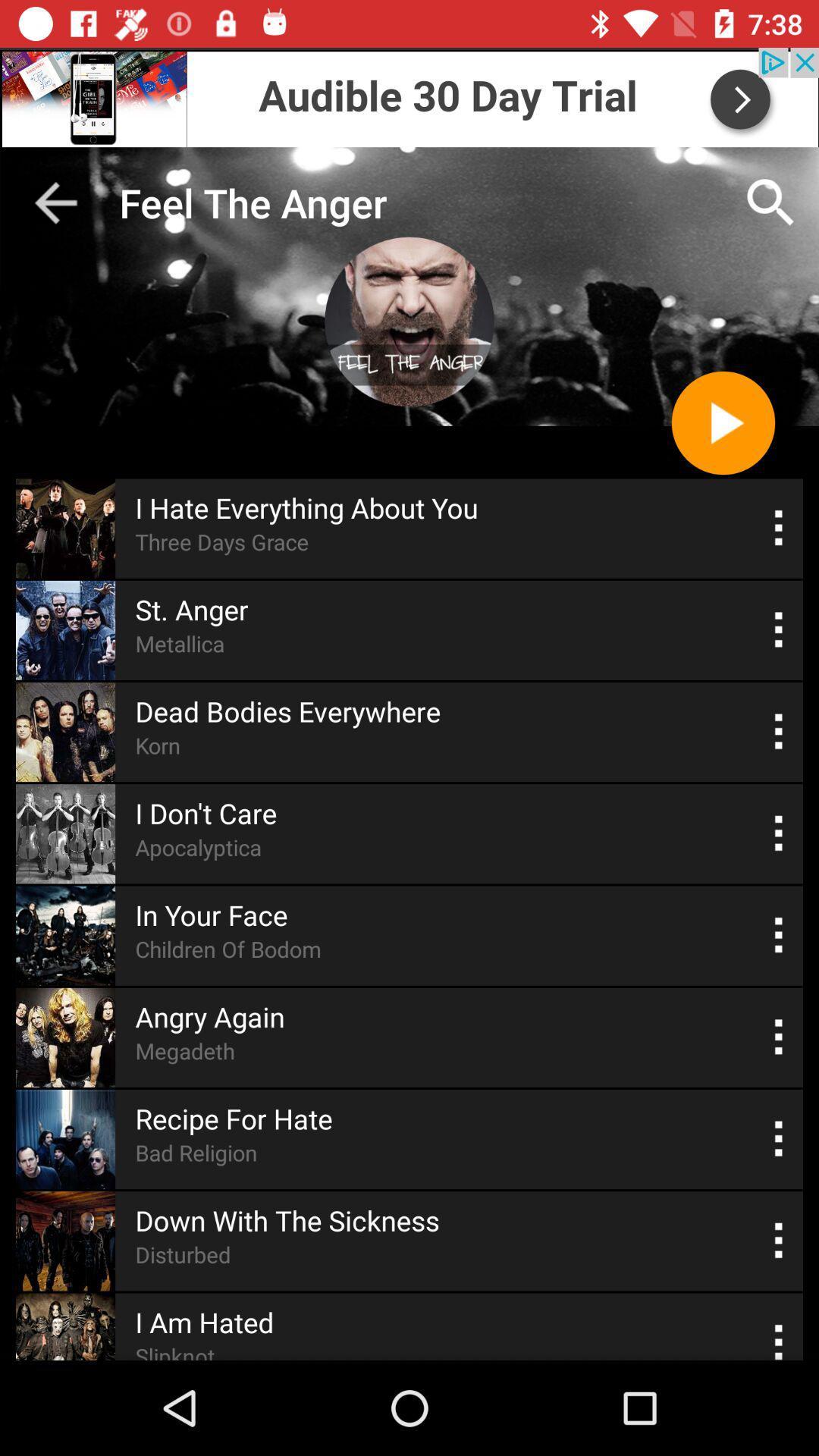 This screenshot has width=819, height=1456. I want to click on show more options for track, so click(779, 833).